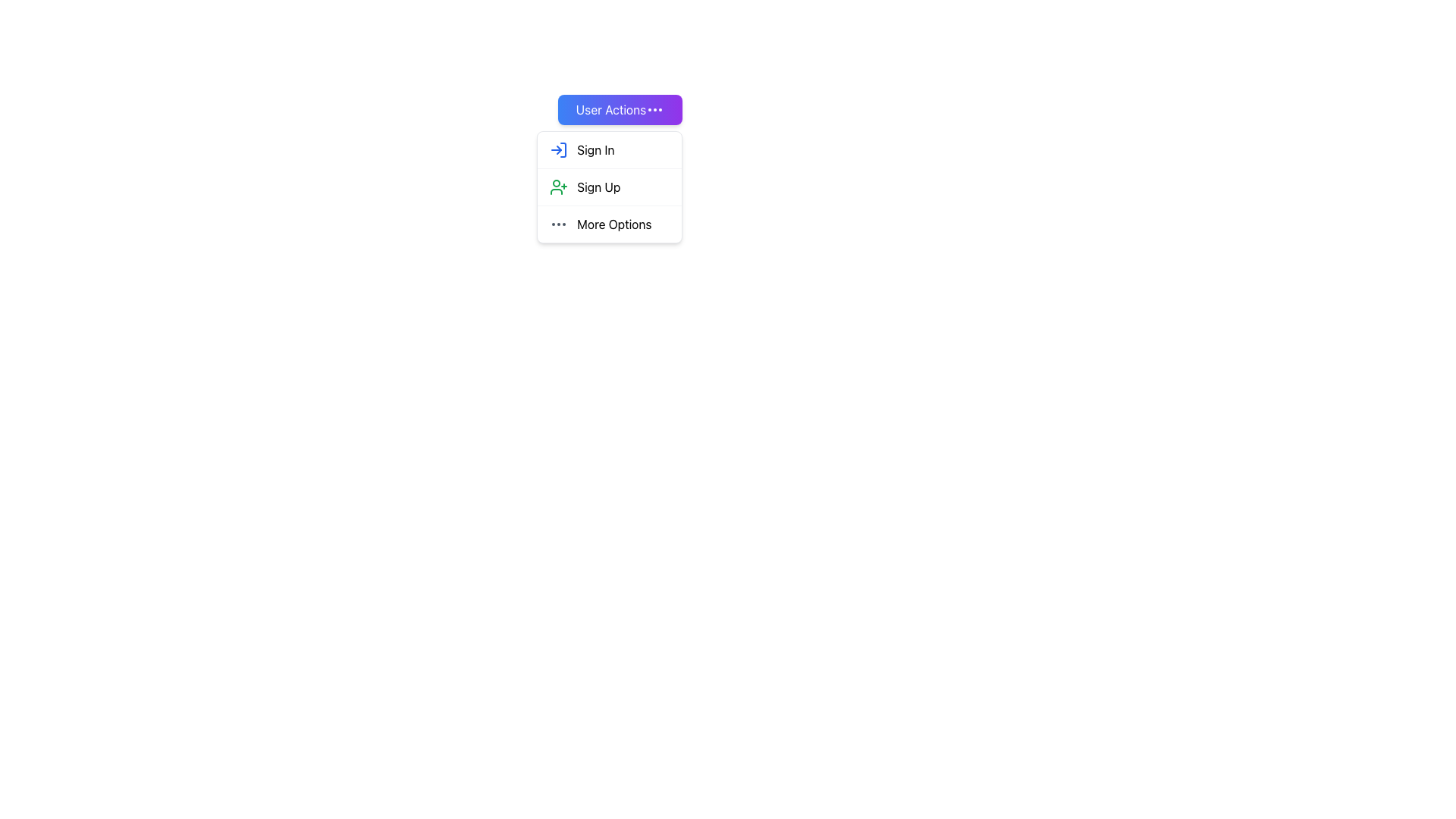 This screenshot has width=1456, height=819. I want to click on the Dropdown Trigger Button with the text 'User Actions' and an ellipsis icon, so click(620, 109).